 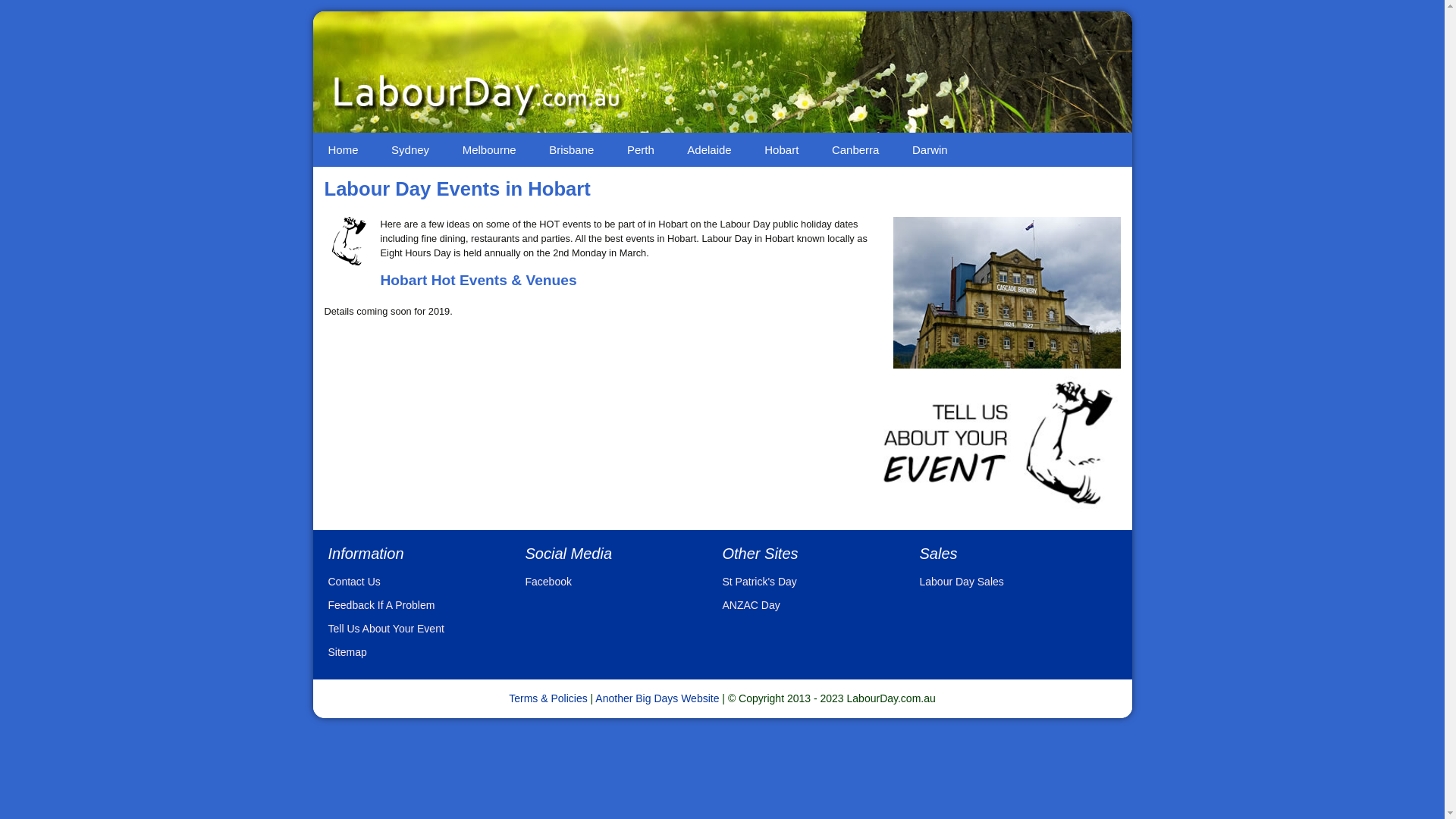 I want to click on 'Feedback If A Problem', so click(x=381, y=604).